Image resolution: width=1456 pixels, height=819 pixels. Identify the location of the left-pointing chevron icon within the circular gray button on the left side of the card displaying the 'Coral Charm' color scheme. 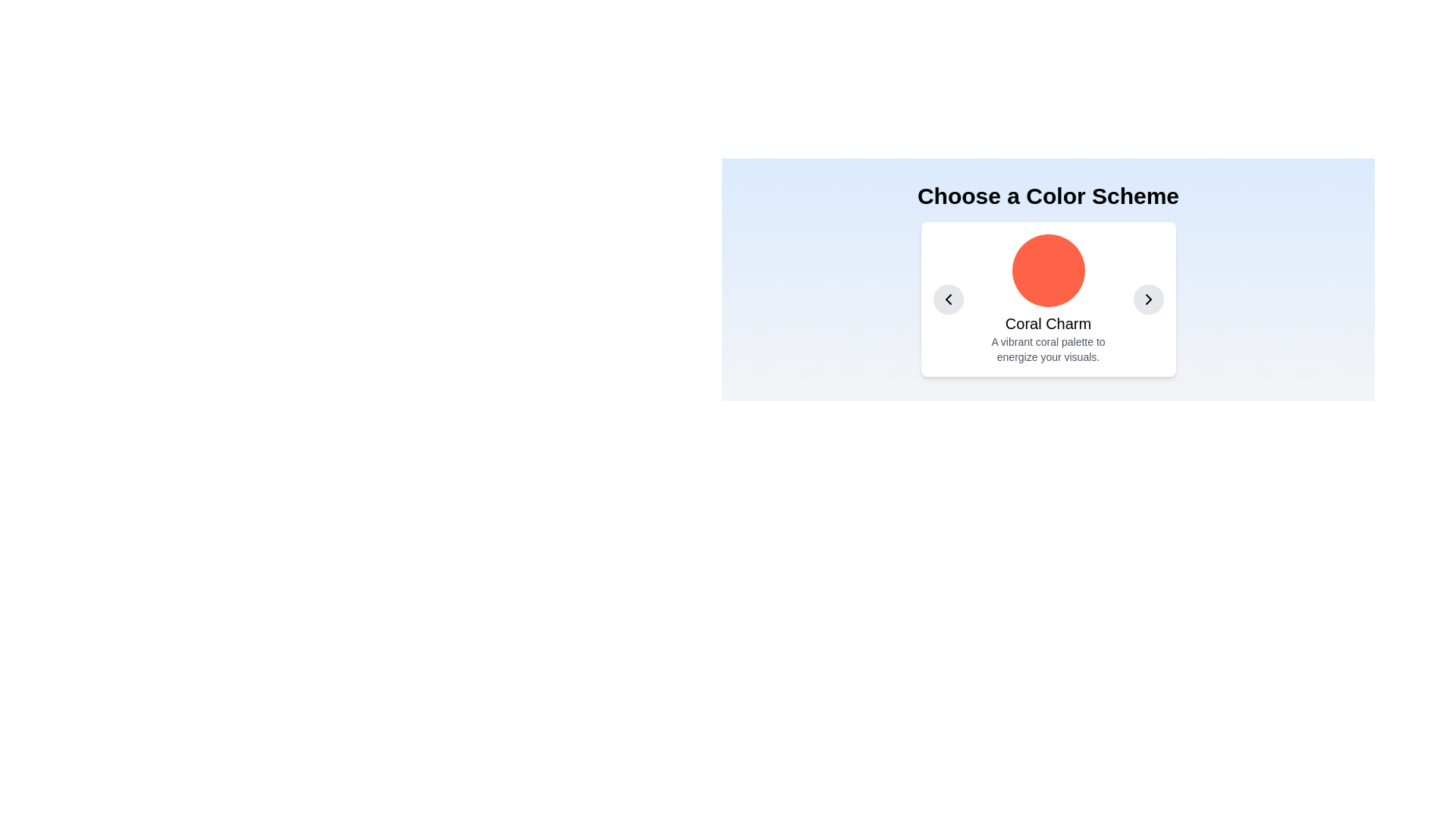
(947, 299).